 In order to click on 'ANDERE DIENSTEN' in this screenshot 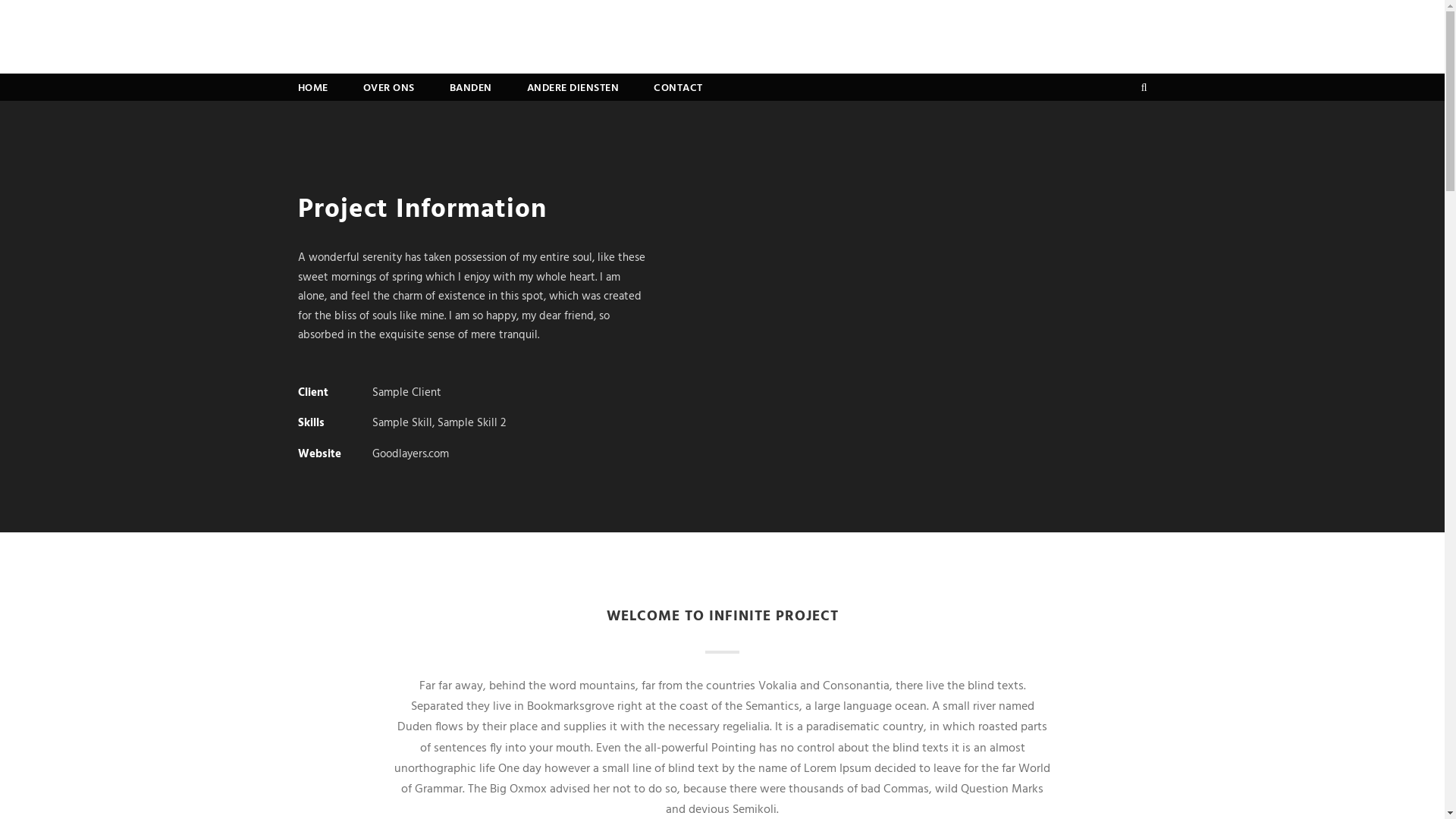, I will do `click(571, 90)`.